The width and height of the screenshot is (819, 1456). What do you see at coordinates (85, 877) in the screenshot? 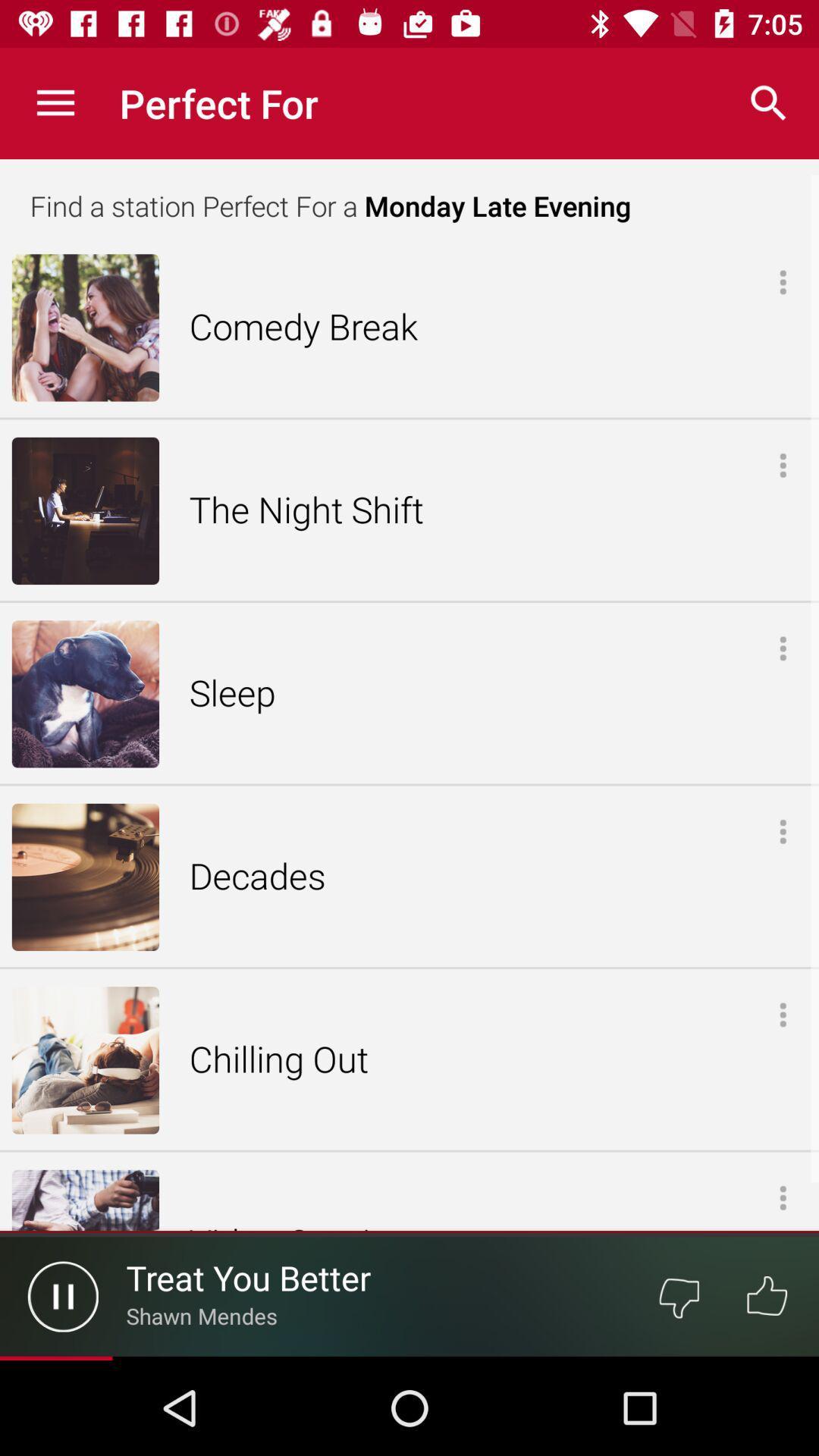
I see `image before decades text` at bounding box center [85, 877].